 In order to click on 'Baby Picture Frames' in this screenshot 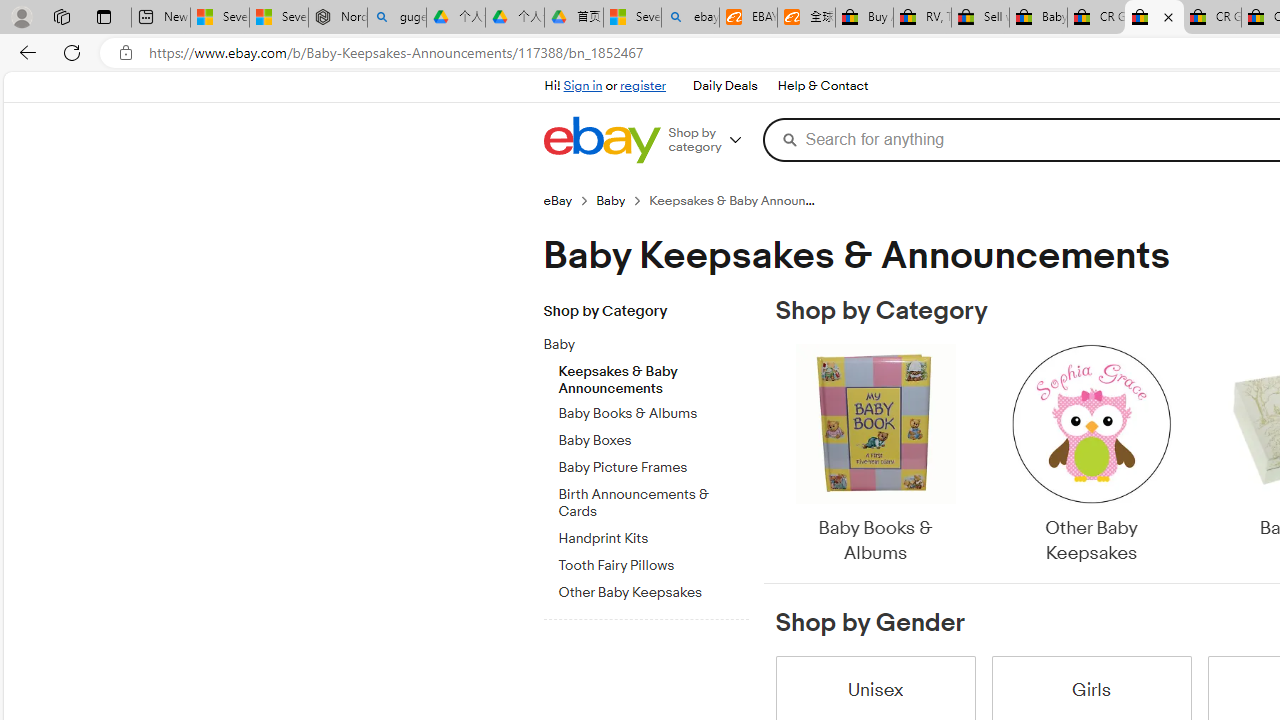, I will do `click(653, 464)`.